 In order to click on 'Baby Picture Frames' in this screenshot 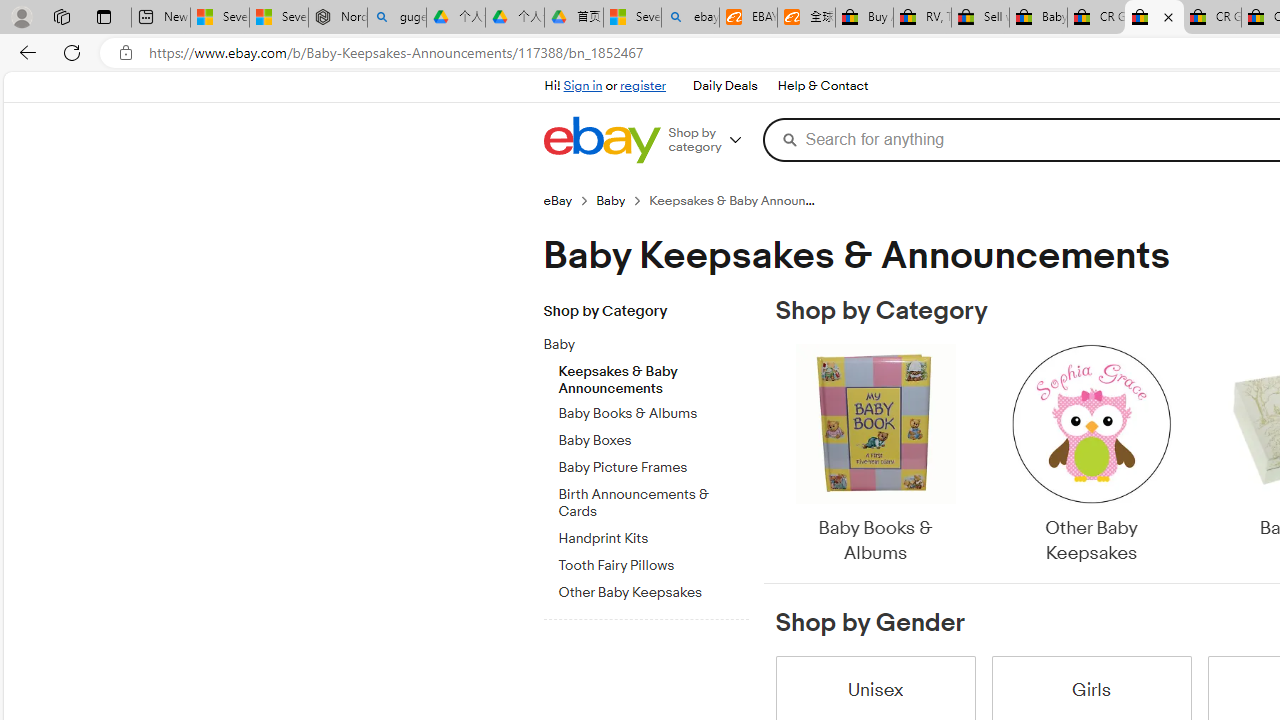, I will do `click(653, 464)`.